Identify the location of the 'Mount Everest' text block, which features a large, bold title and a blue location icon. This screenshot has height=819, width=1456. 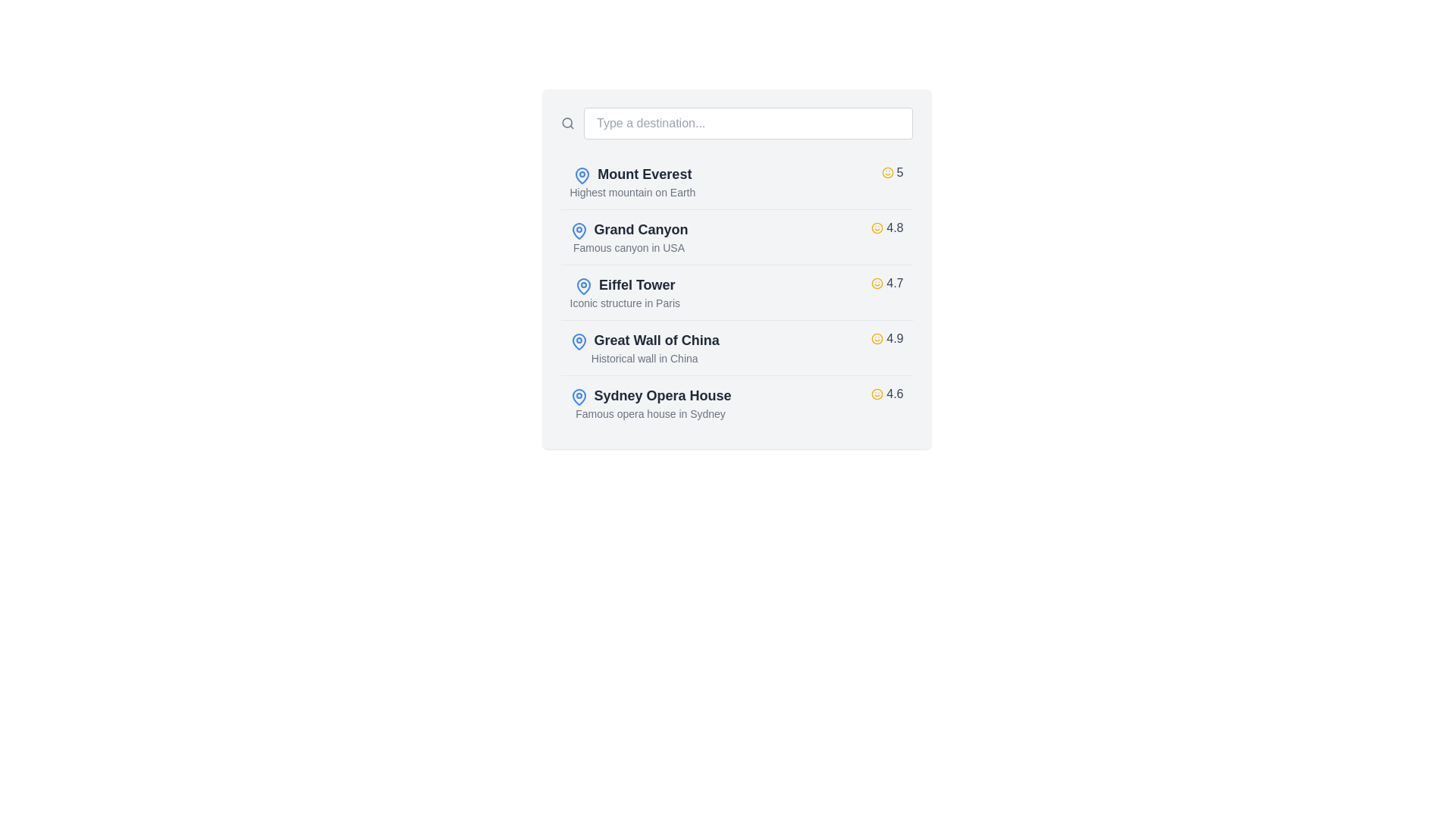
(632, 180).